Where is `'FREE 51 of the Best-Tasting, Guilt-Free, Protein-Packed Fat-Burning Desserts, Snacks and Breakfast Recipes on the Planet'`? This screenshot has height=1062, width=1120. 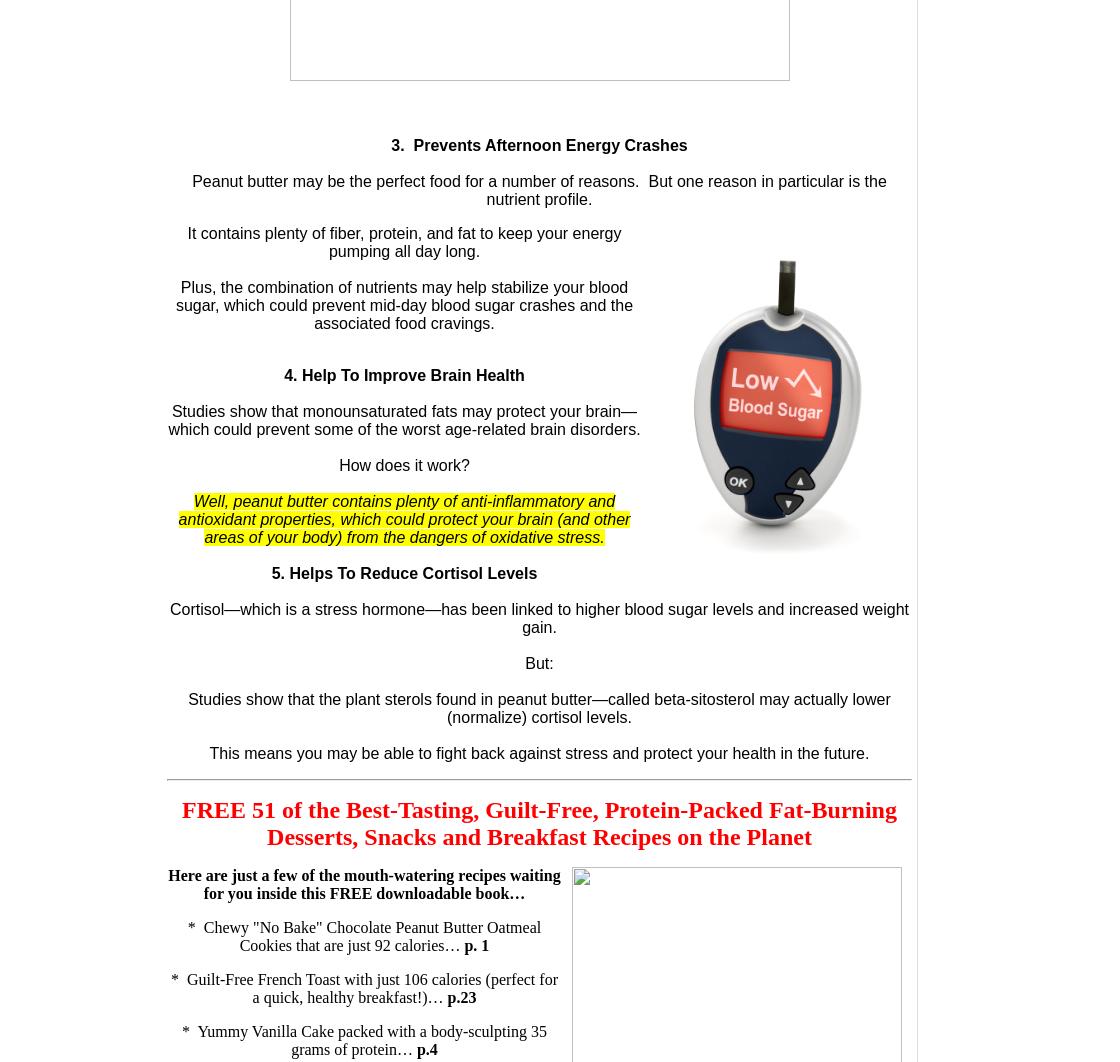
'FREE 51 of the Best-Tasting, Guilt-Free, Protein-Packed Fat-Burning Desserts, Snacks and Breakfast Recipes on the Planet' is located at coordinates (539, 822).